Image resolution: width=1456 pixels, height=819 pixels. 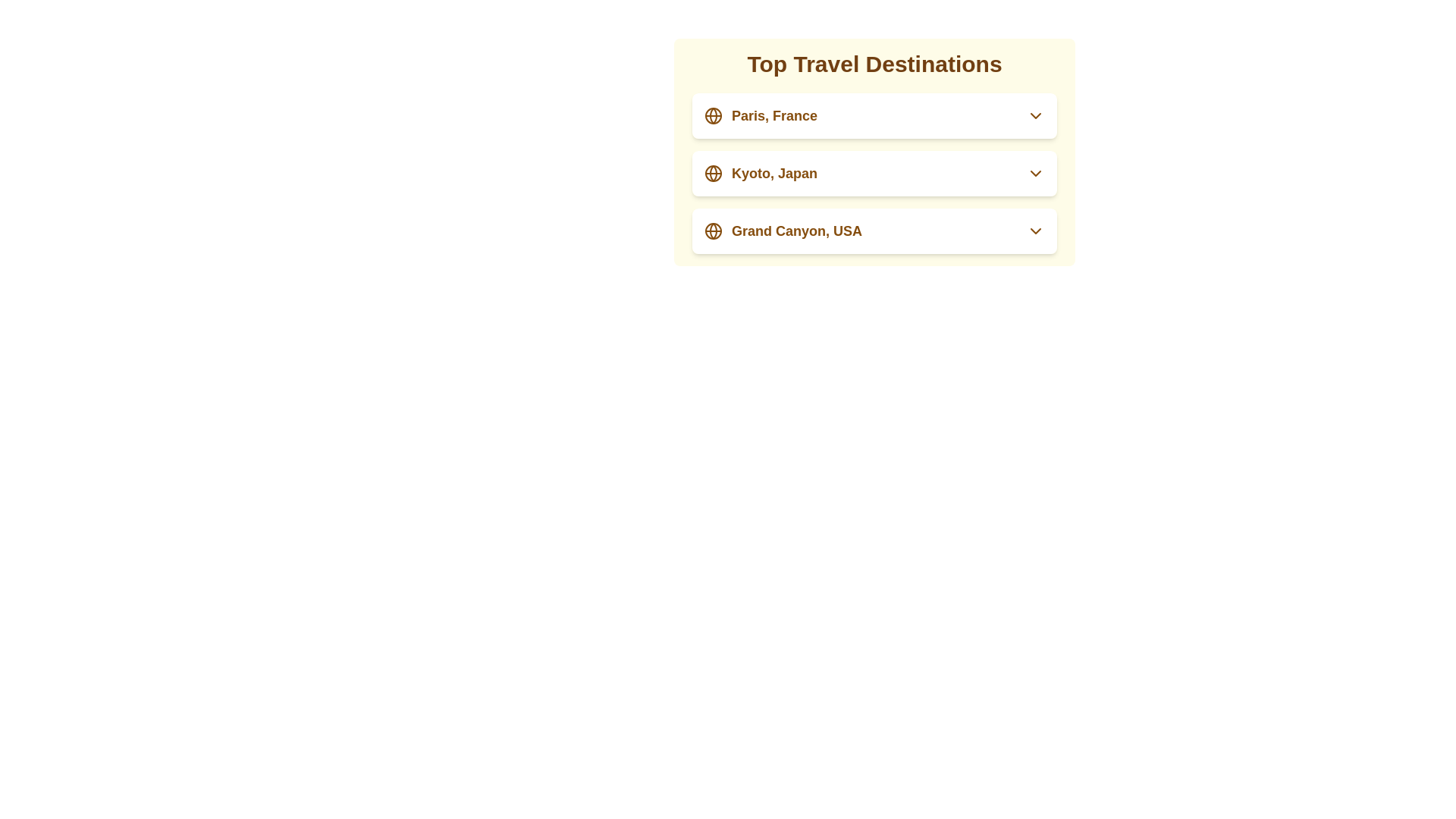 What do you see at coordinates (1035, 172) in the screenshot?
I see `the dropdown indicator icon next to 'Kyoto, Japan'` at bounding box center [1035, 172].